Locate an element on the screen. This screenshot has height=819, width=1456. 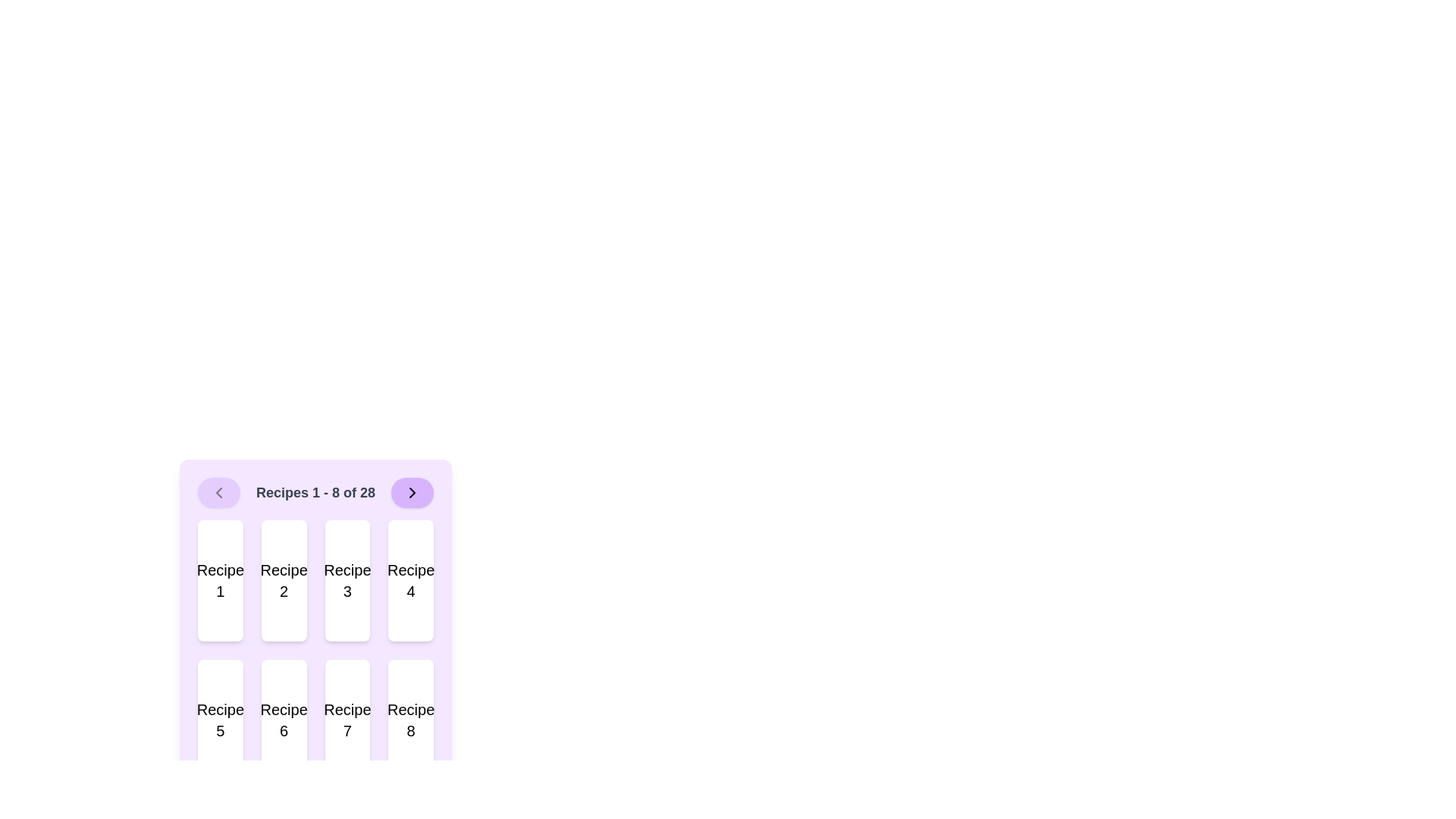
the static recipe card presentation located in the first column of the second row beneath 'Recipe 1' is located at coordinates (219, 719).